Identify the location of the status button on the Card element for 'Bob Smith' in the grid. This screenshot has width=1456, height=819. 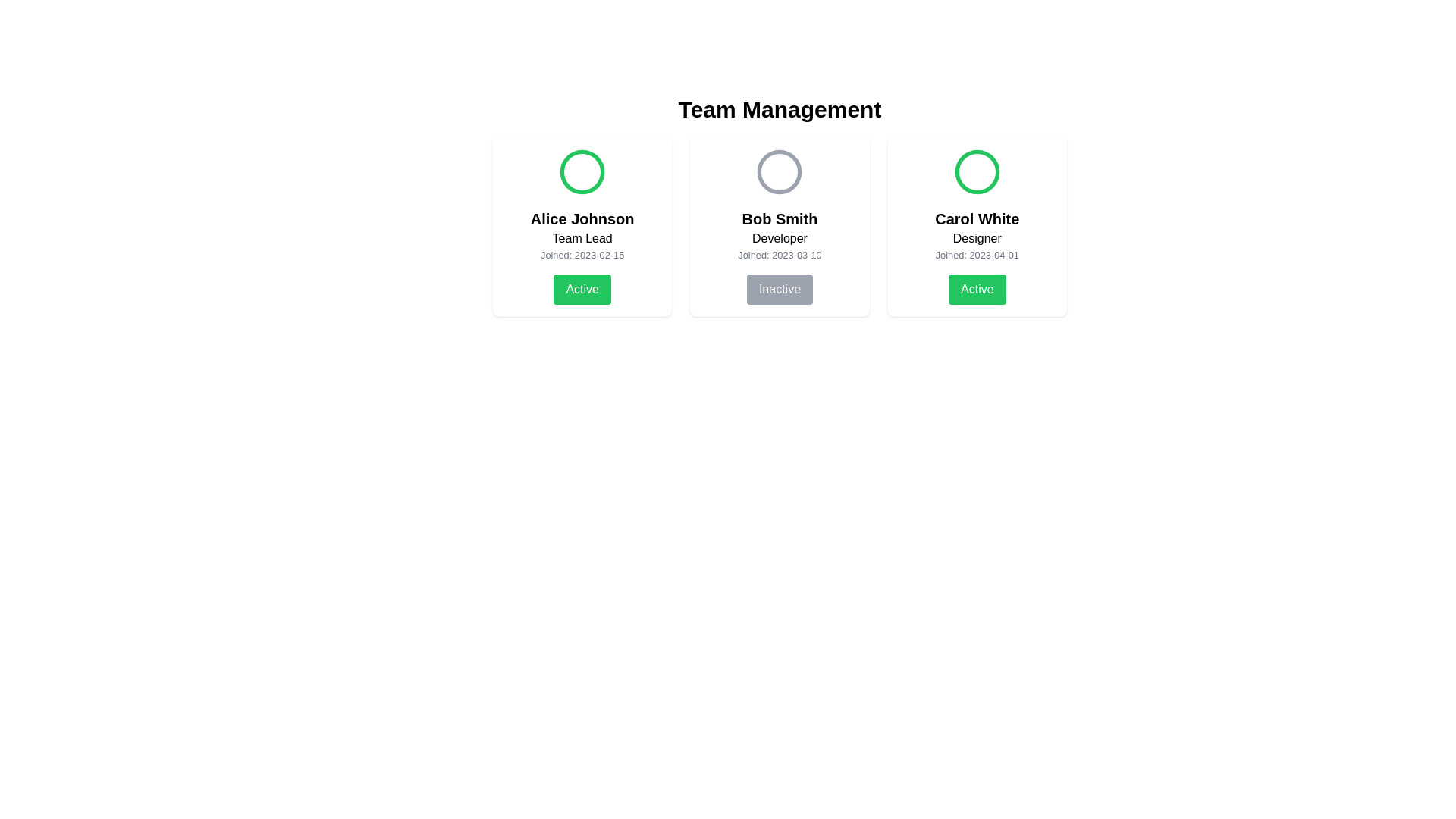
(780, 226).